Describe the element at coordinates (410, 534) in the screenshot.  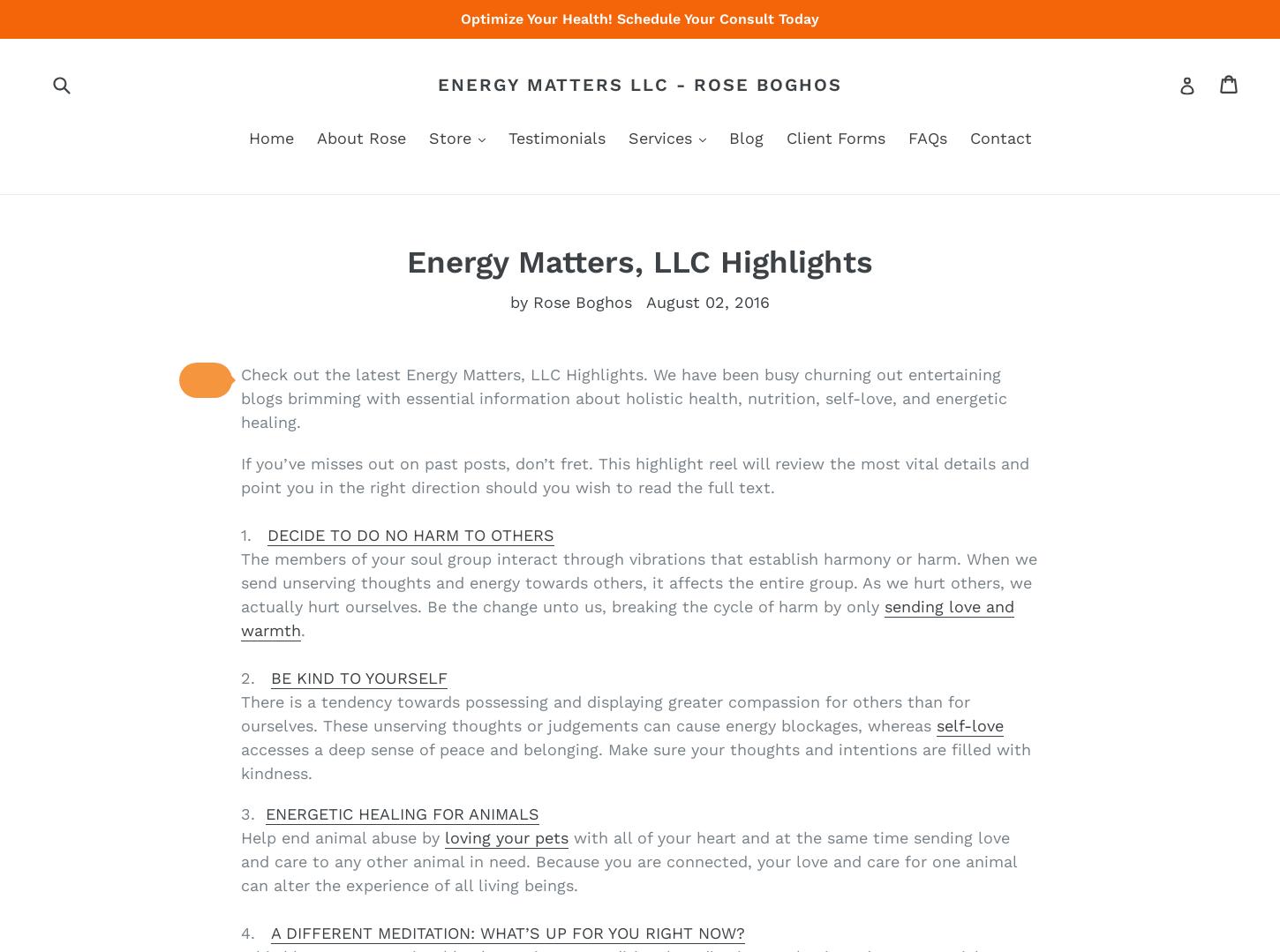
I see `'DECIDE TO DO NO HARM TO OTHERS'` at that location.